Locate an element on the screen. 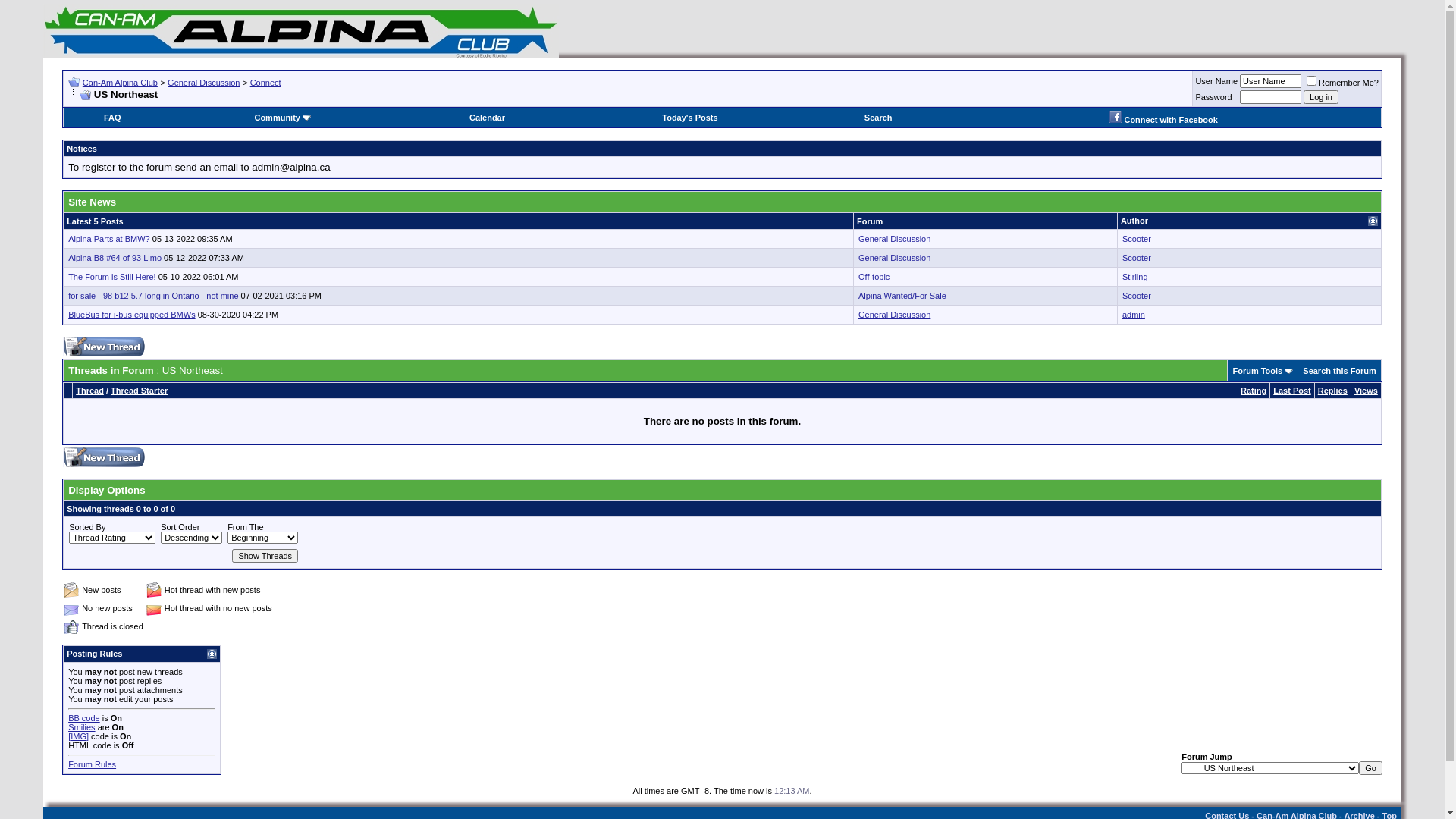  'Log in' is located at coordinates (1320, 96).